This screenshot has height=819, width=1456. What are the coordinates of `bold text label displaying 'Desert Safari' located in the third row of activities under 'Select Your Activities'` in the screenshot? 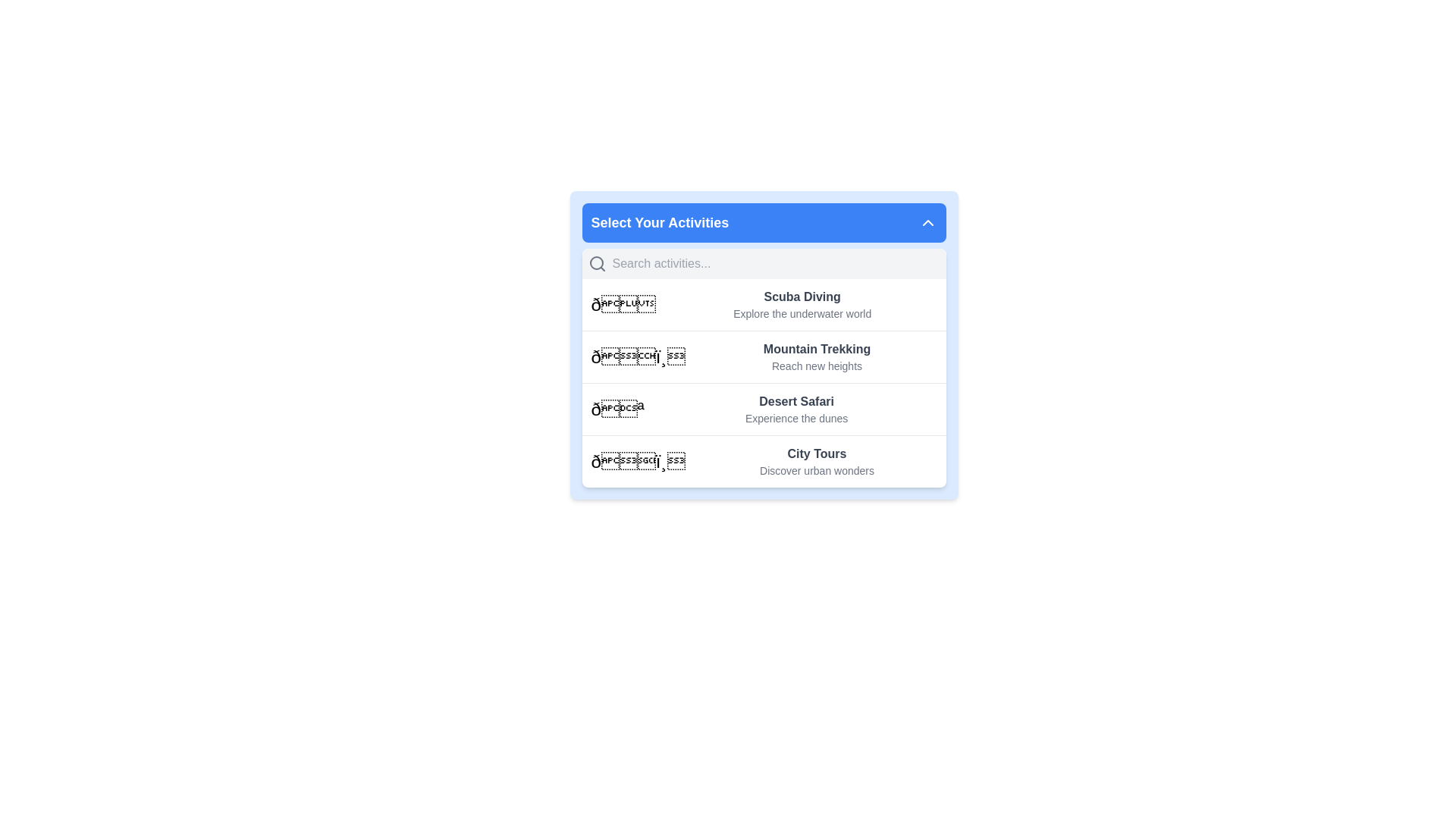 It's located at (795, 400).